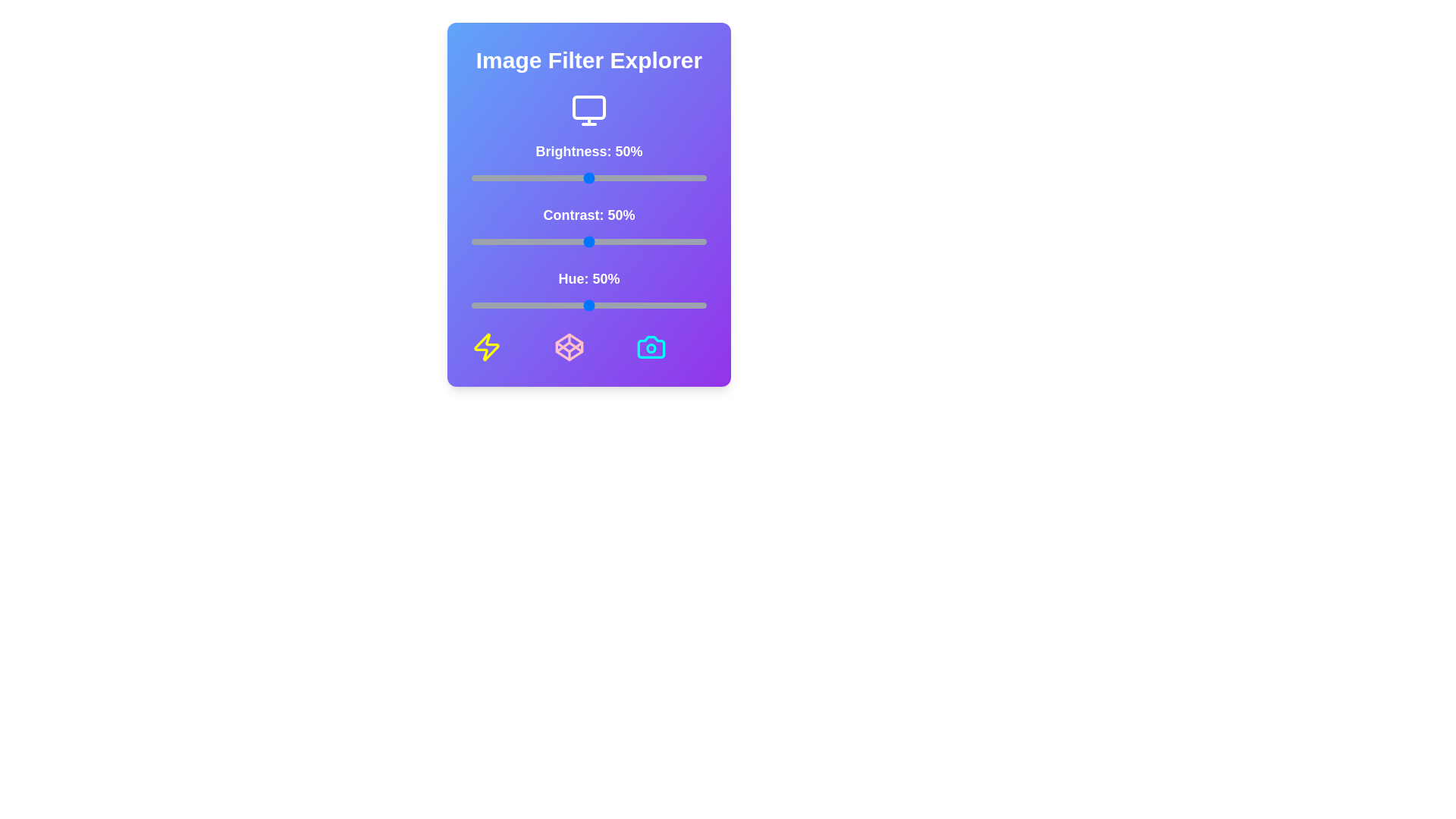 Image resolution: width=1456 pixels, height=819 pixels. What do you see at coordinates (537, 305) in the screenshot?
I see `the hue slider to 28%` at bounding box center [537, 305].